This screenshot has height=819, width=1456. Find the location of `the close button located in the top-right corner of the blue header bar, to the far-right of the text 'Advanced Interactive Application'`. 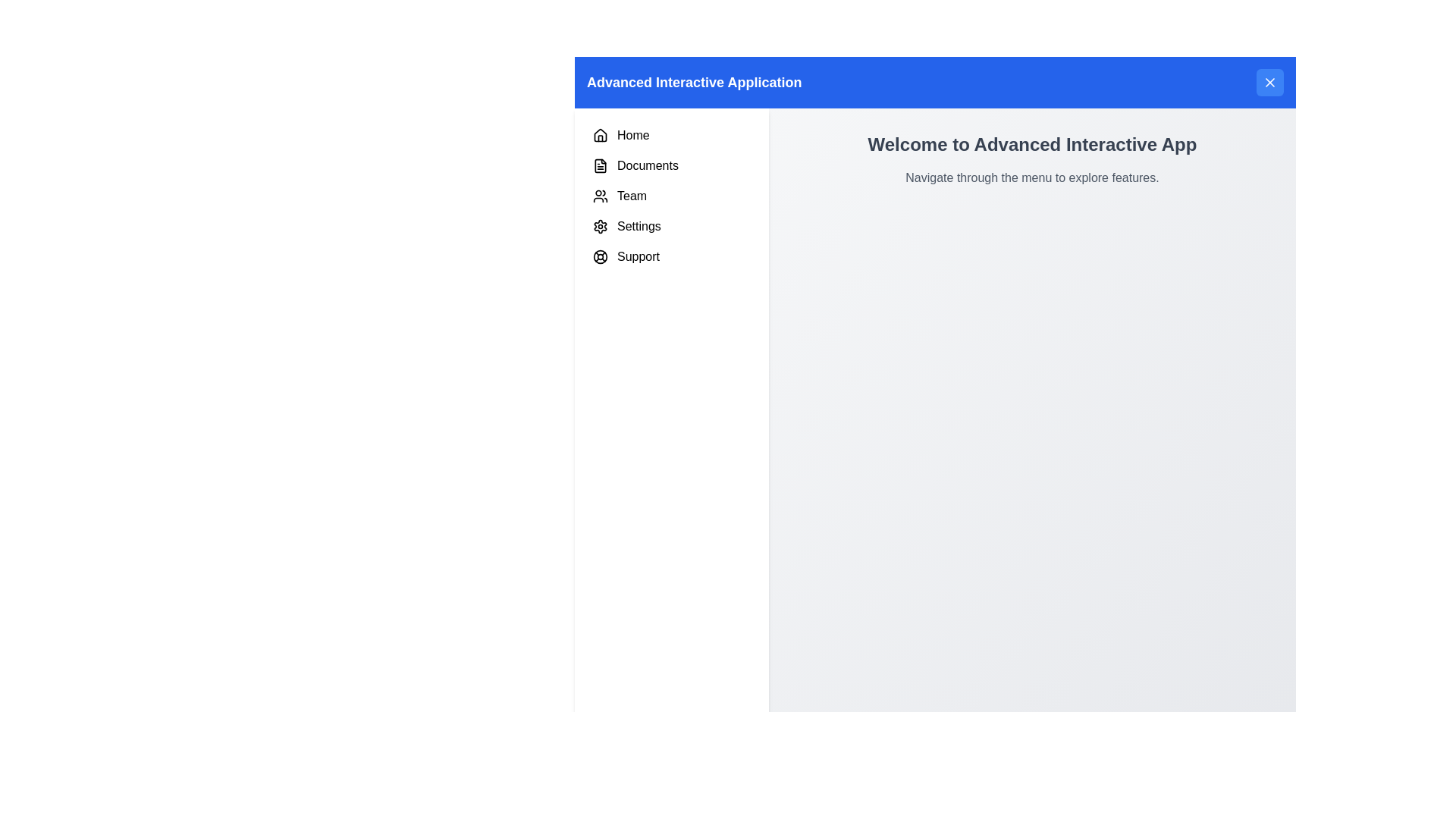

the close button located in the top-right corner of the blue header bar, to the far-right of the text 'Advanced Interactive Application' is located at coordinates (1270, 82).